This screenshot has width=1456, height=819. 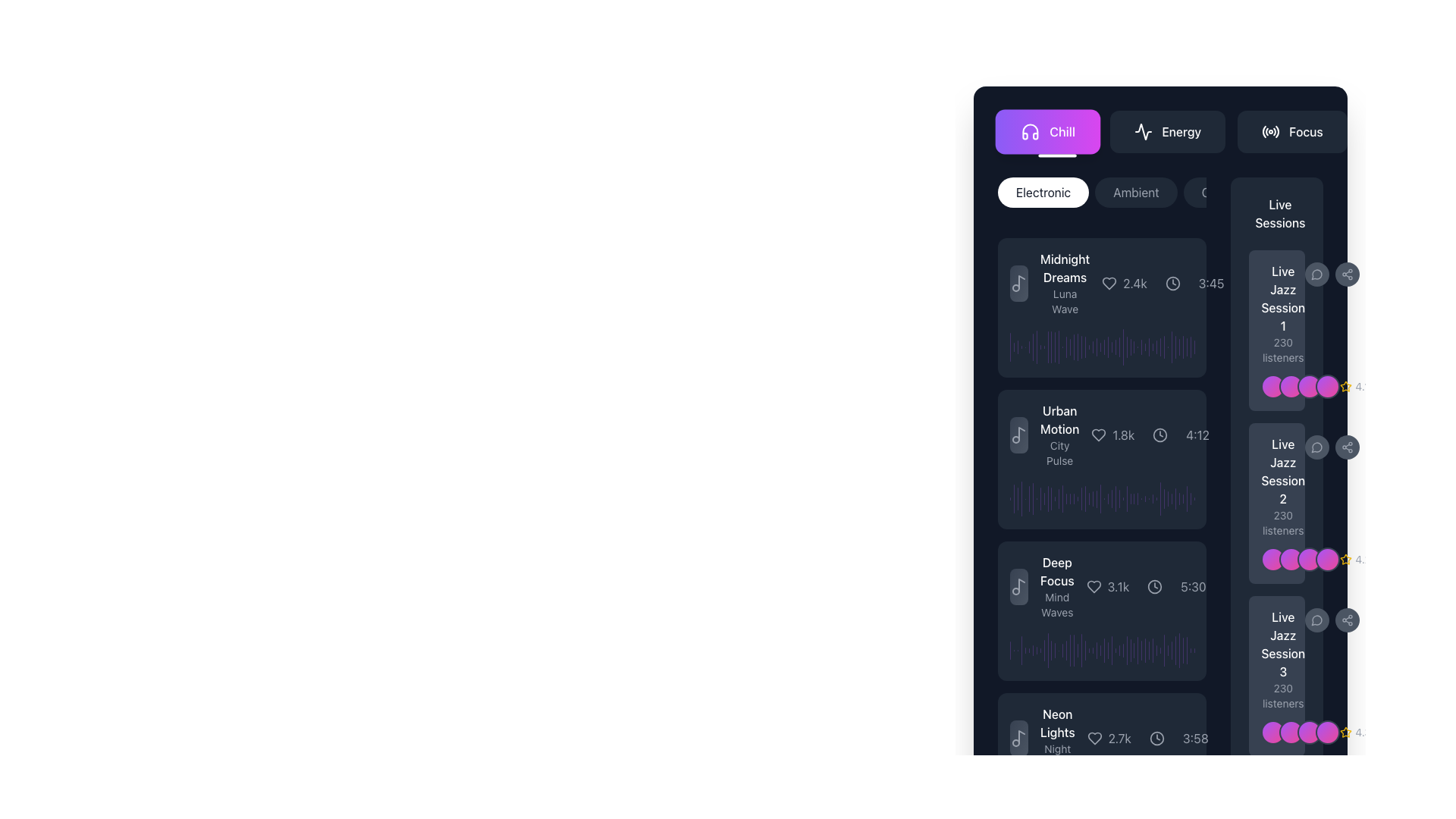 I want to click on the yellow star icon to rate the 'Live Jazz Session' with a rating of 4.2, so click(x=1346, y=559).